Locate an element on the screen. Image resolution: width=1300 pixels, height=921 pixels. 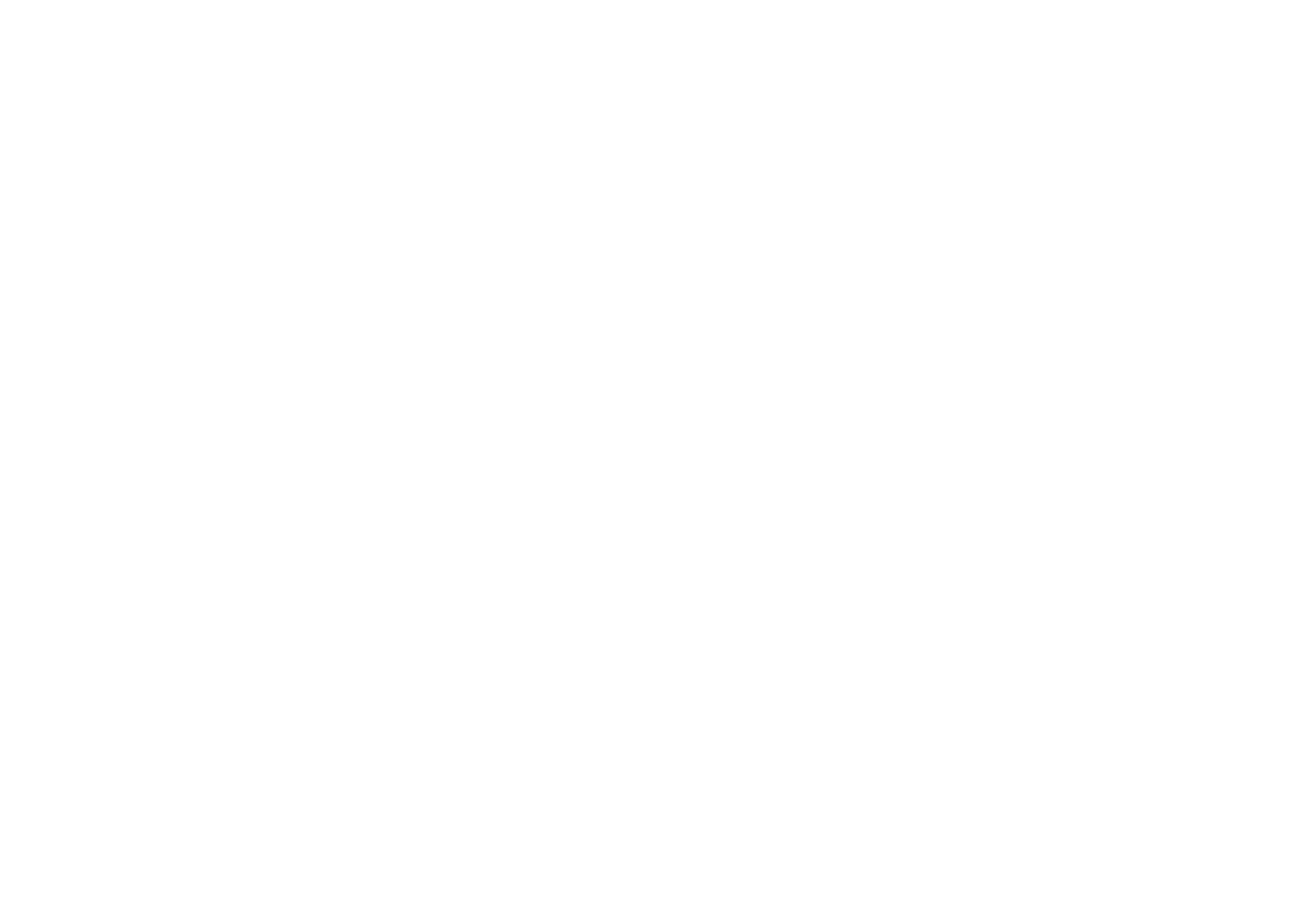
'Consulate of Luxembourg in Montreal, Canada' is located at coordinates (370, 51).